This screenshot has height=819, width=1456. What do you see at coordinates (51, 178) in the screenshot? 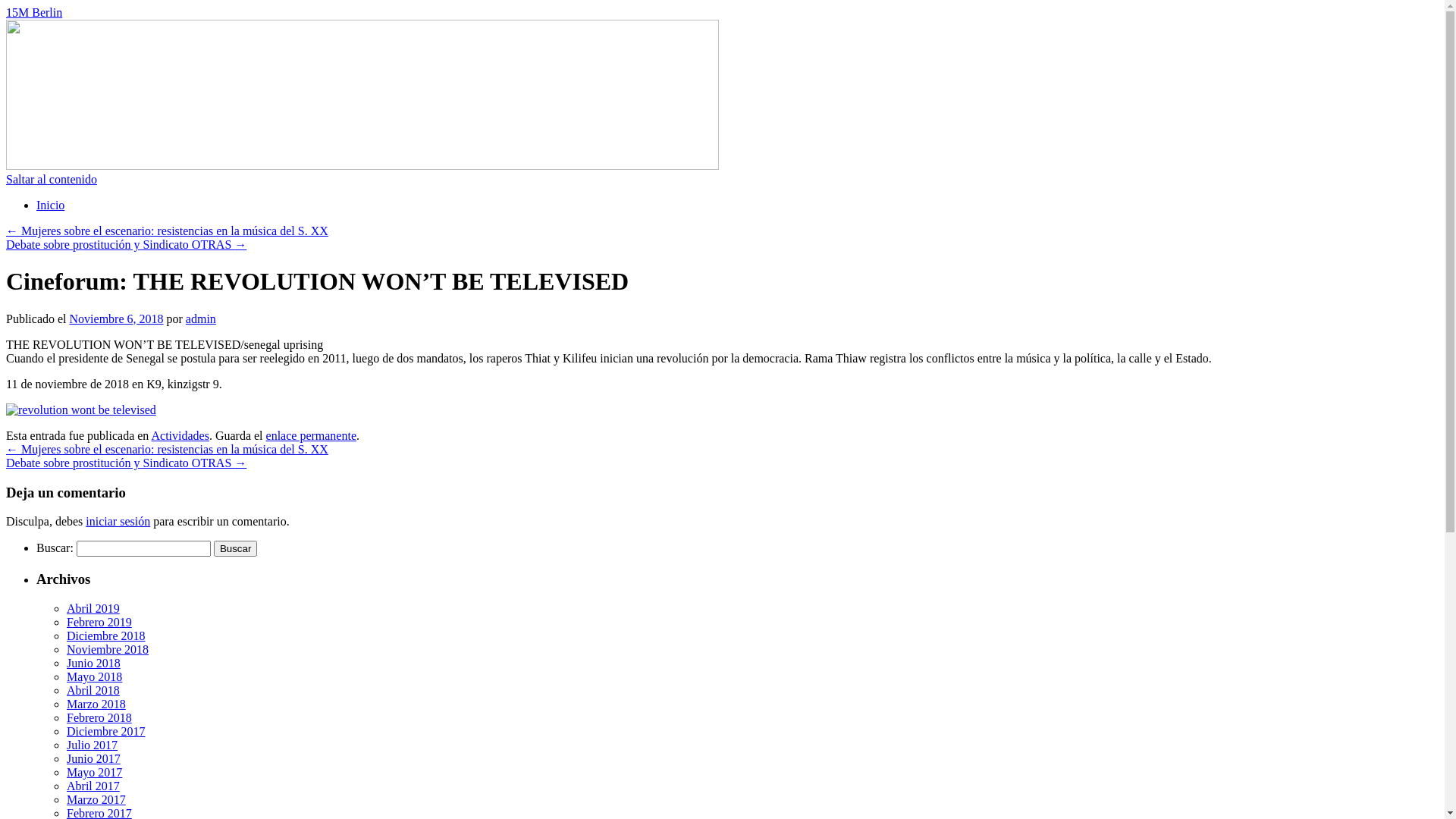
I see `'Saltar al contenido'` at bounding box center [51, 178].